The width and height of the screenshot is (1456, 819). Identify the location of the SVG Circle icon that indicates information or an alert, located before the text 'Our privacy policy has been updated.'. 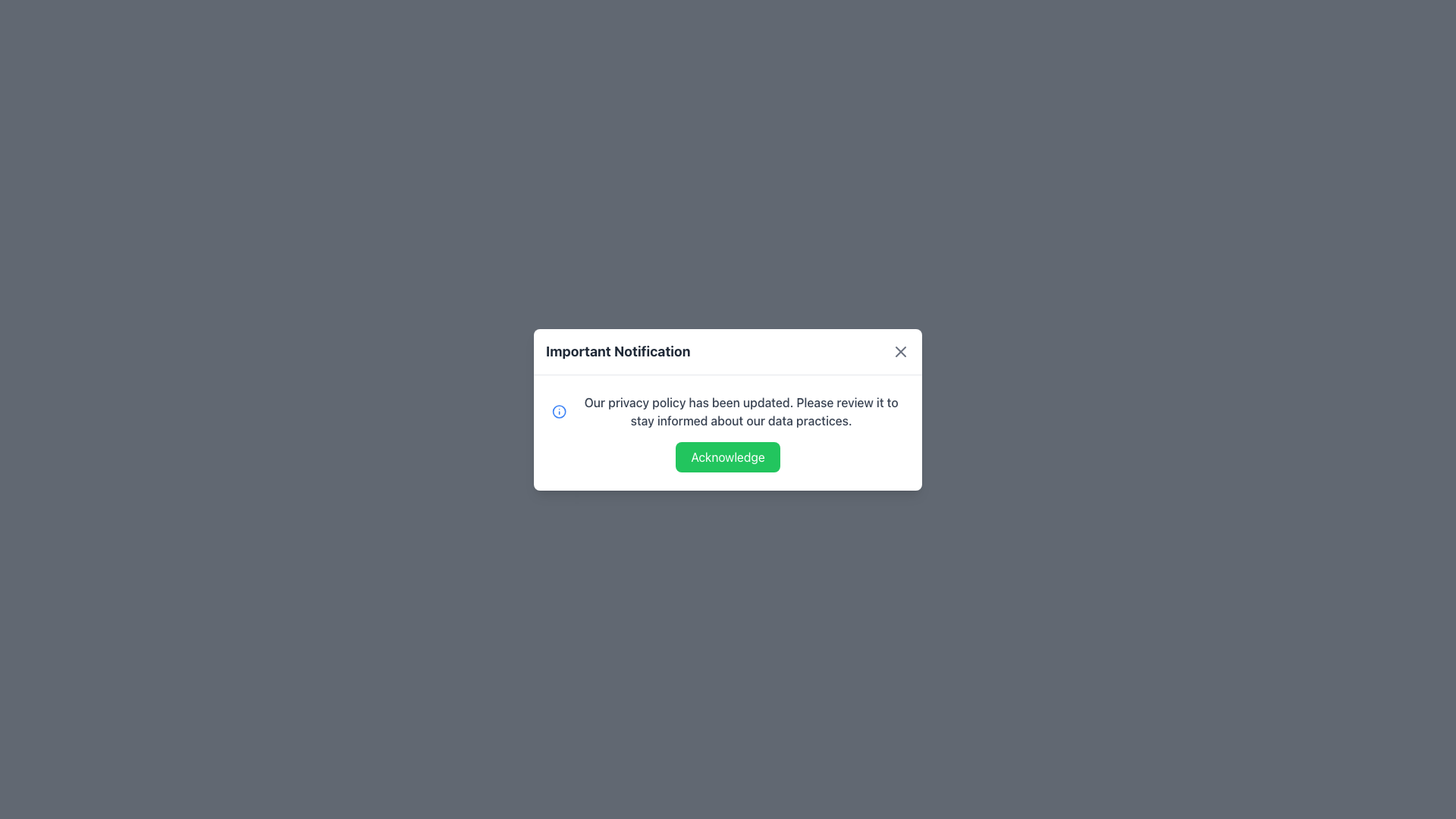
(558, 411).